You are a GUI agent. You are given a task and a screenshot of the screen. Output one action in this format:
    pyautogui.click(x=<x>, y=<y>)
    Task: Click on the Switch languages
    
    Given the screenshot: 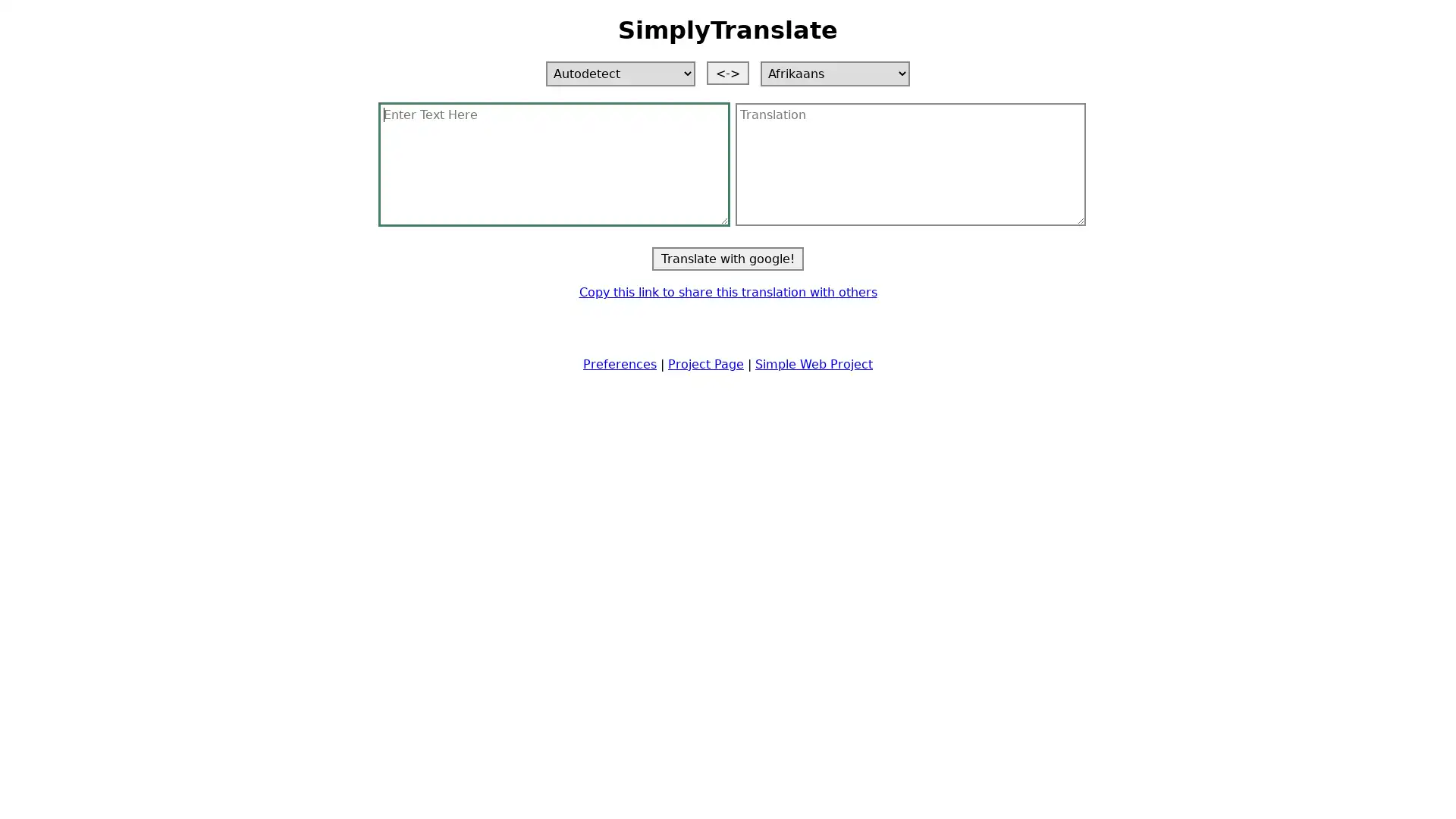 What is the action you would take?
    pyautogui.click(x=728, y=72)
    